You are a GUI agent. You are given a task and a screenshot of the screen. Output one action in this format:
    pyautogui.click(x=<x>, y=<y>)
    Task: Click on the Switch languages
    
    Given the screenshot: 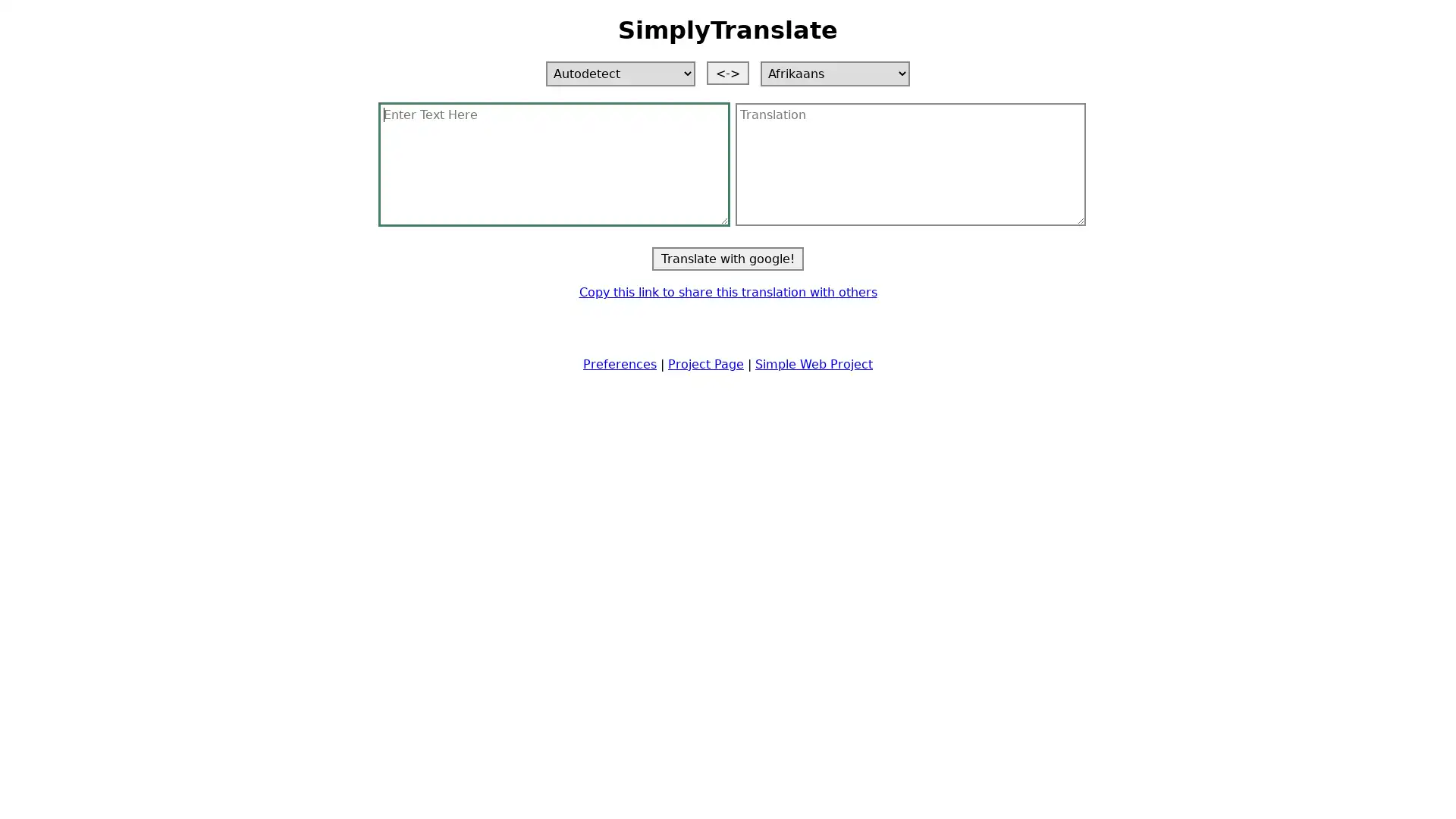 What is the action you would take?
    pyautogui.click(x=728, y=72)
    